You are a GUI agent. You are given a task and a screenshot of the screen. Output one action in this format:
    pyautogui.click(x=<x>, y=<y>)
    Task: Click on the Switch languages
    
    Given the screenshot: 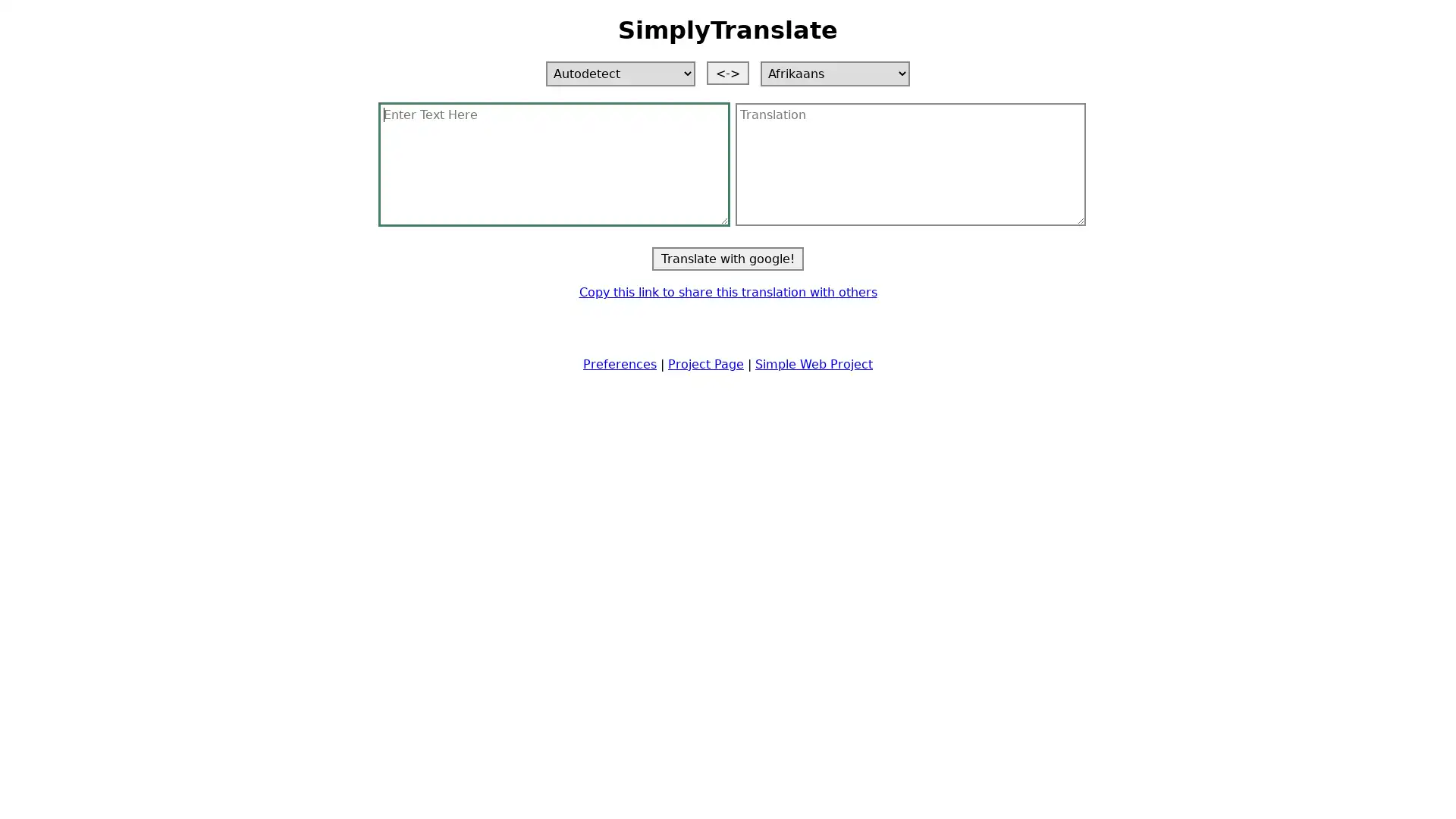 What is the action you would take?
    pyautogui.click(x=728, y=72)
    